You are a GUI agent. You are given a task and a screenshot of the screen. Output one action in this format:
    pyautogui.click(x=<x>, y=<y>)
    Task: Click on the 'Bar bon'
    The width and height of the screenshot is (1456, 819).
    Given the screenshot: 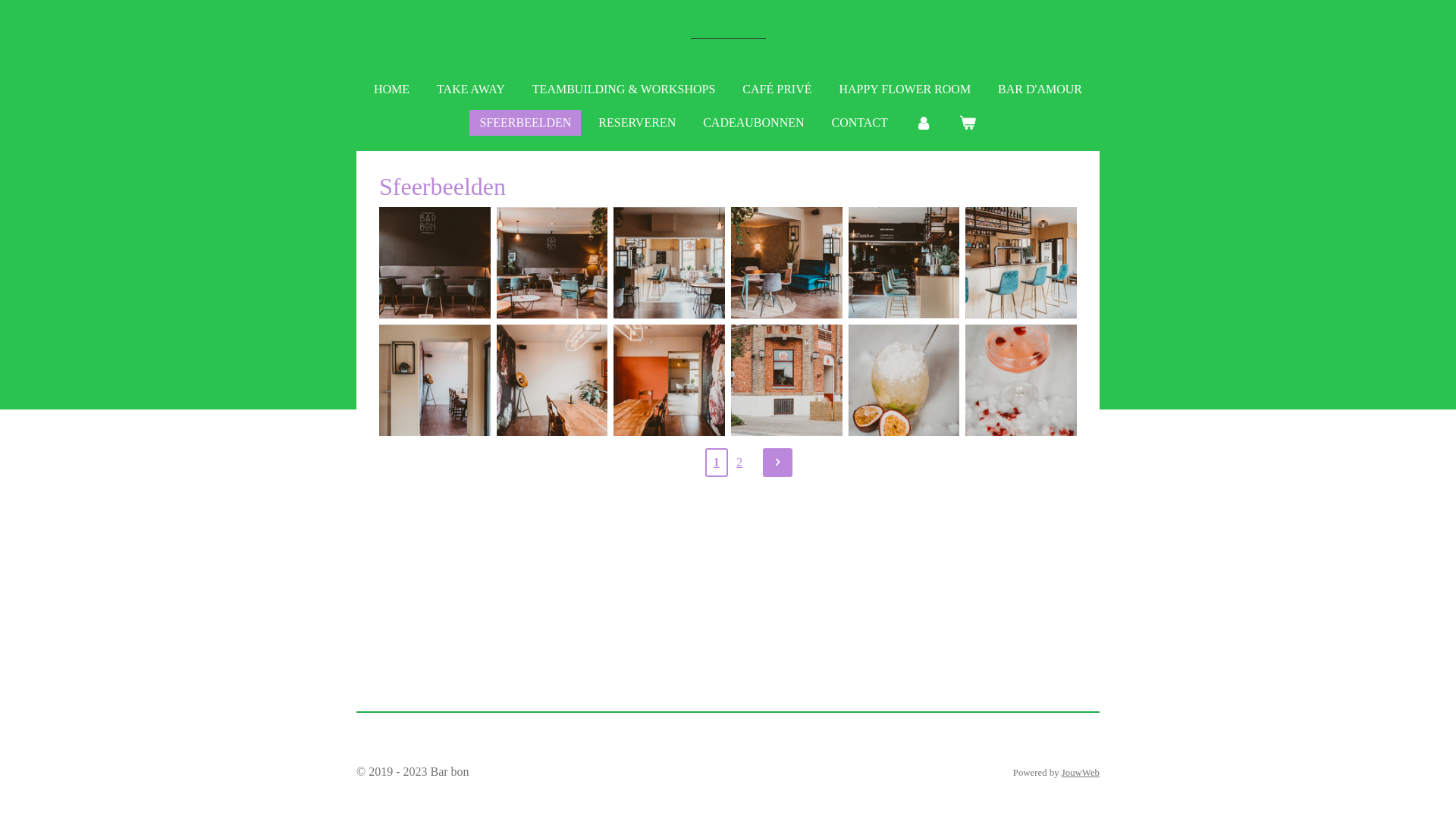 What is the action you would take?
    pyautogui.click(x=689, y=37)
    